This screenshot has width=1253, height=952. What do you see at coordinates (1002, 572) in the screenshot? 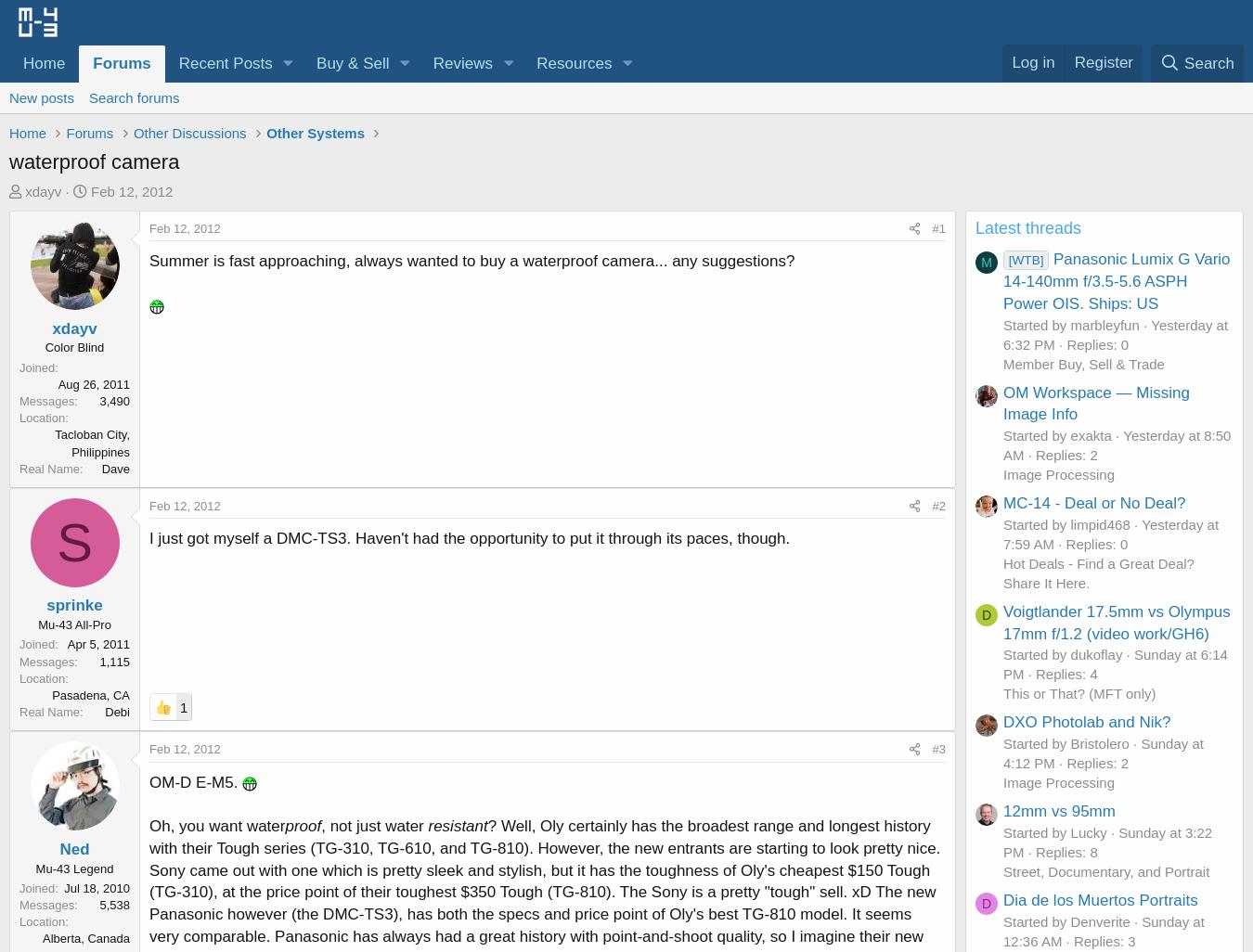
I see `'Hot Deals - Find a Great Deal? Share It Here.'` at bounding box center [1002, 572].